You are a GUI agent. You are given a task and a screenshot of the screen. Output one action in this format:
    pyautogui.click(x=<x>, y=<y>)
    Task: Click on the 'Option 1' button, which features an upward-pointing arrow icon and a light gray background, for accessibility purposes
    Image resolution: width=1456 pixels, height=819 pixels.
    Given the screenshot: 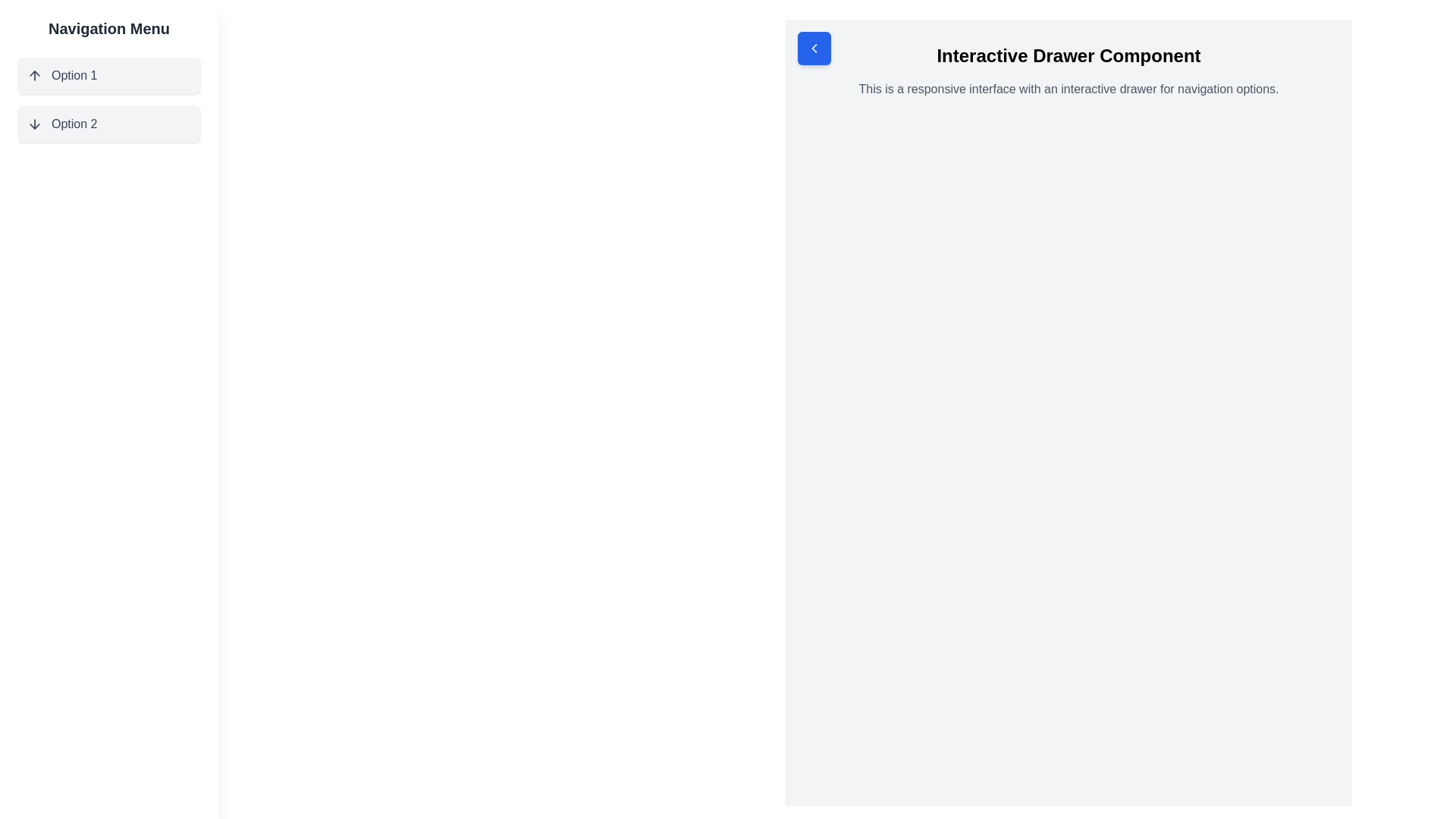 What is the action you would take?
    pyautogui.click(x=108, y=76)
    